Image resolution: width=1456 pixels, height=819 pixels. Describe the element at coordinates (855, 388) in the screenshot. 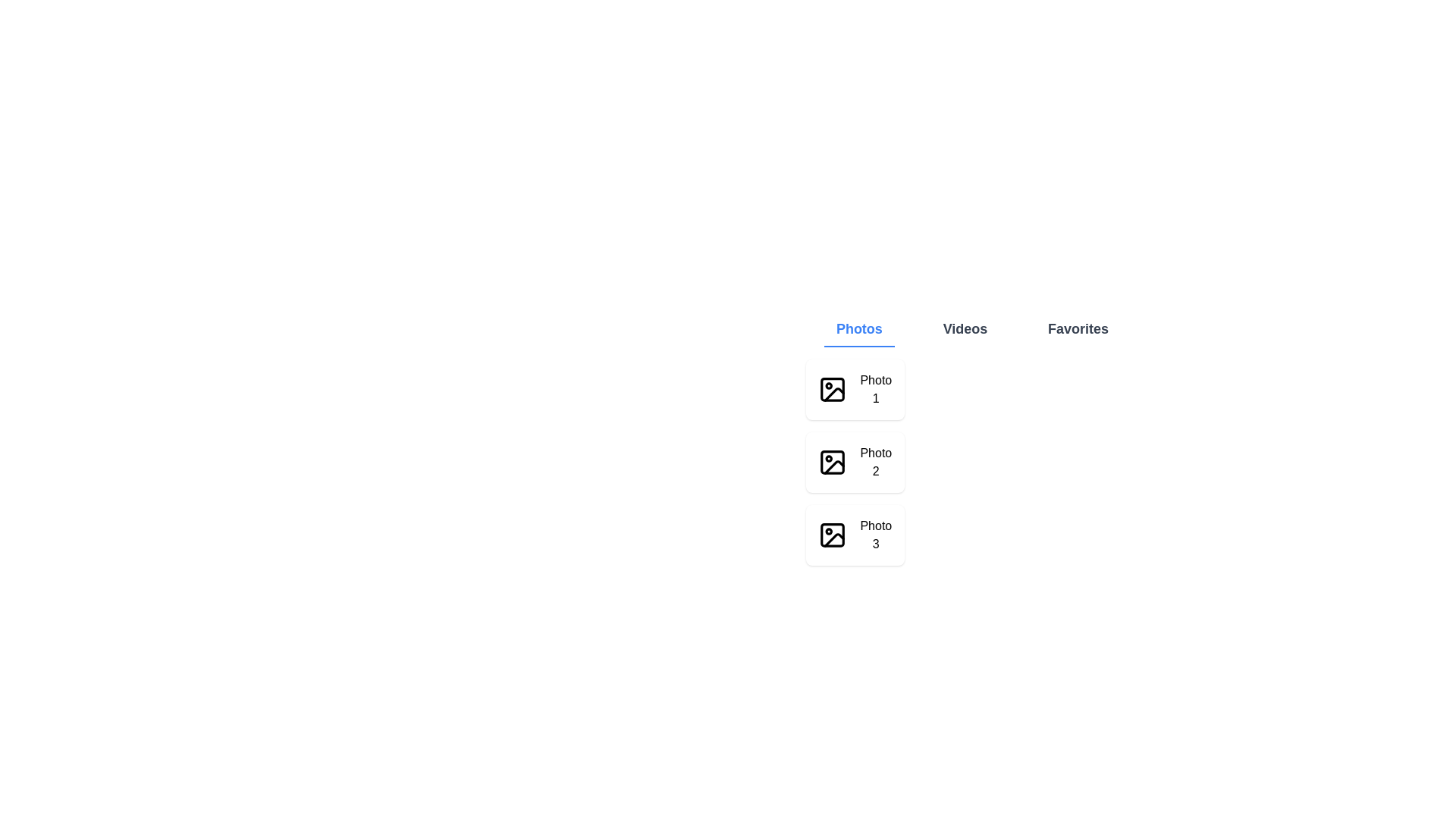

I see `the first card labeled 'Photo 1'` at that location.